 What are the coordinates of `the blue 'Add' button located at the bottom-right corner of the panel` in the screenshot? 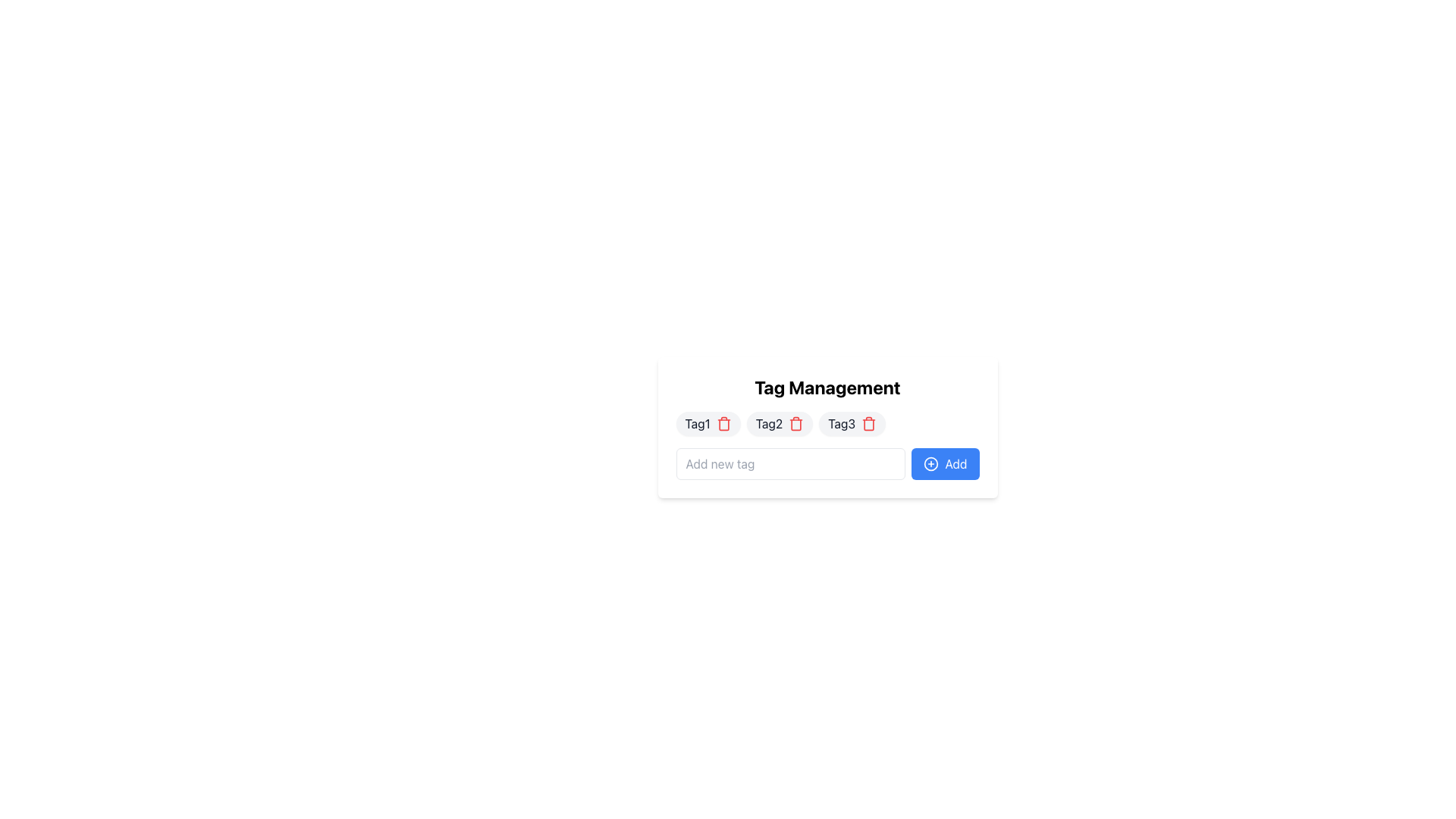 It's located at (930, 463).